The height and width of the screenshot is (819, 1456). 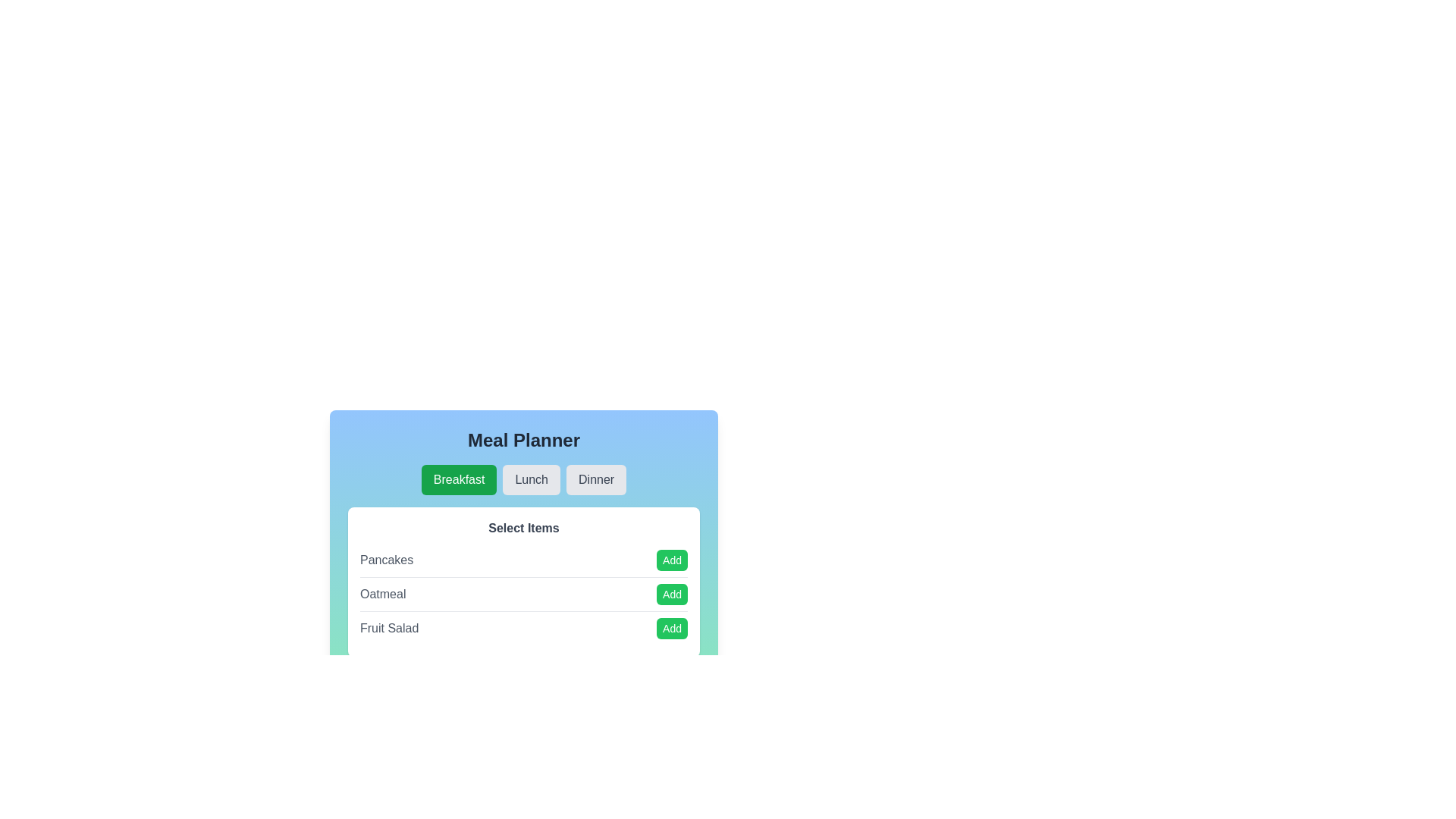 What do you see at coordinates (458, 479) in the screenshot?
I see `the 'Breakfast' button` at bounding box center [458, 479].